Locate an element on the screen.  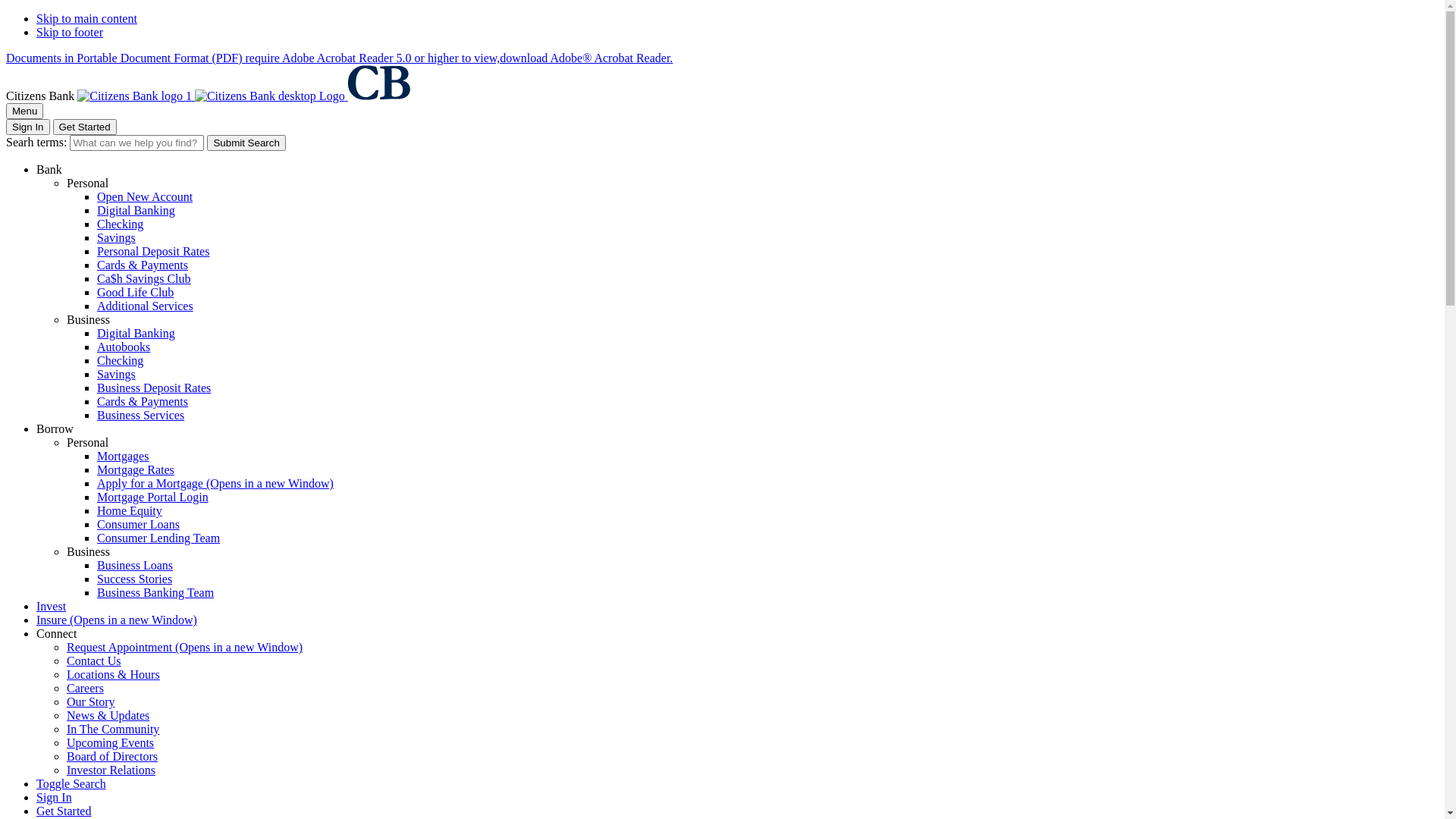
'Cards & Payments' is located at coordinates (96, 264).